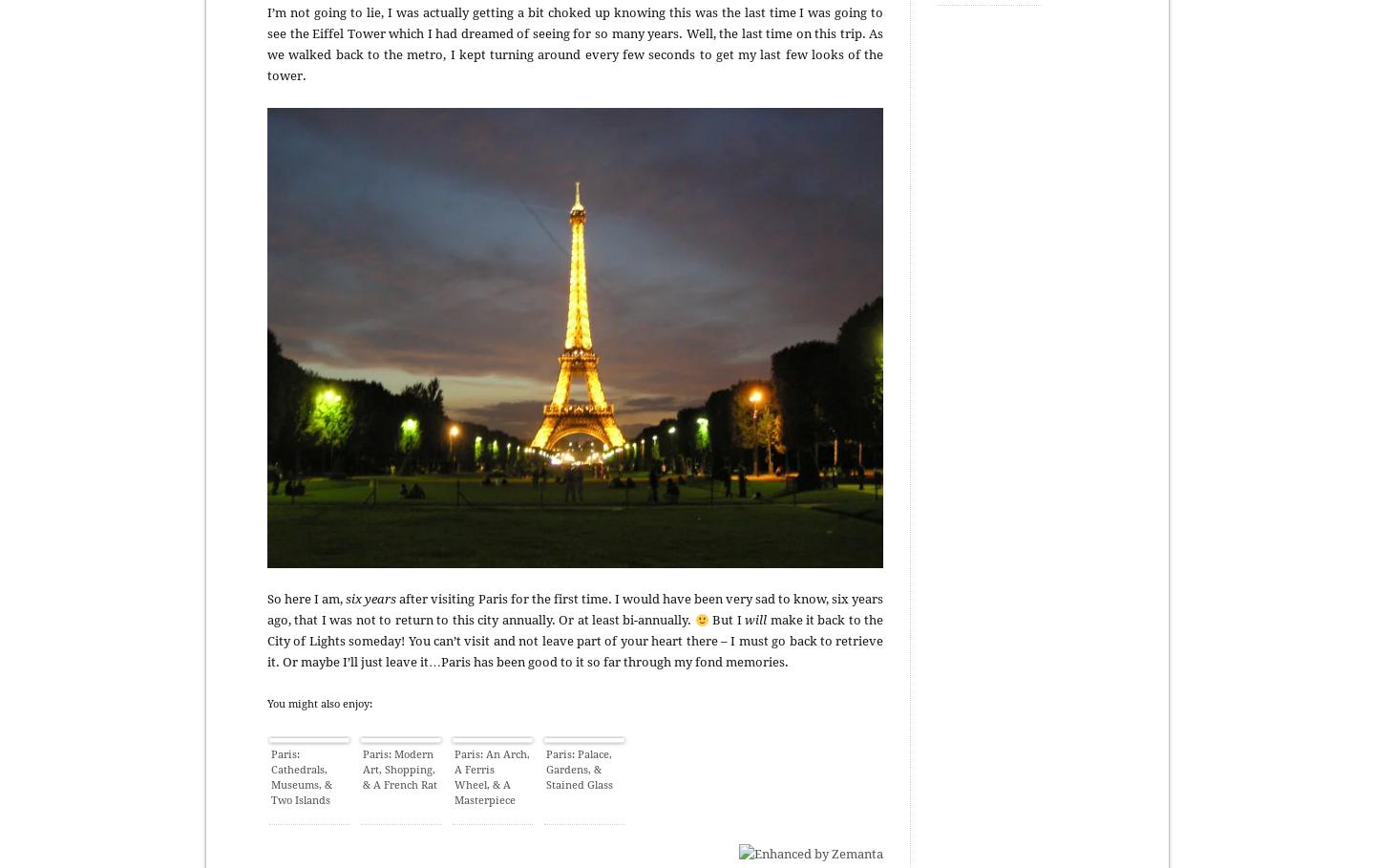 This screenshot has width=1375, height=868. Describe the element at coordinates (726, 619) in the screenshot. I see `'But I'` at that location.